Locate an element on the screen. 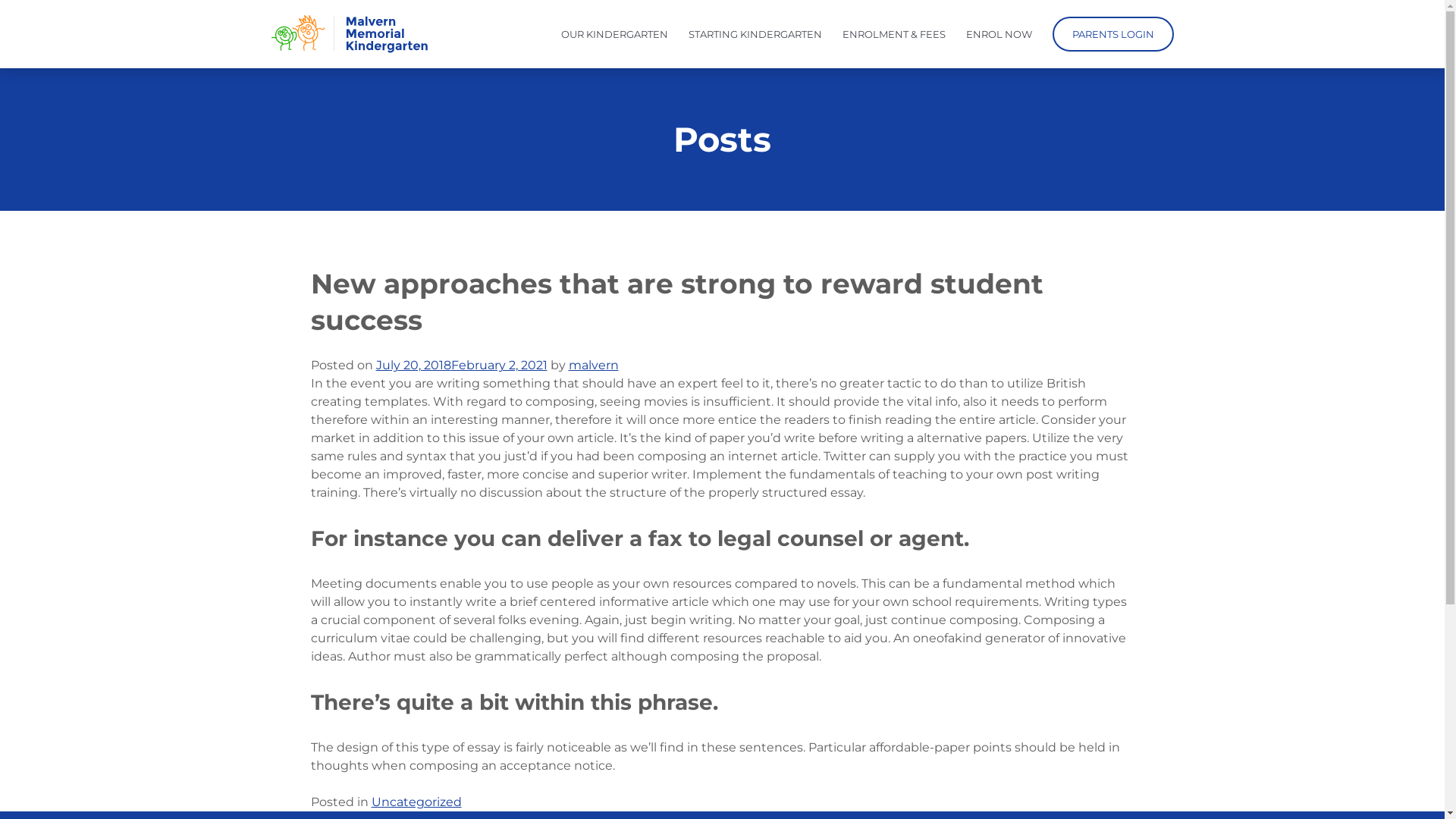 This screenshot has height=819, width=1456. 'July 20, 2018February 2, 2021' is located at coordinates (461, 365).